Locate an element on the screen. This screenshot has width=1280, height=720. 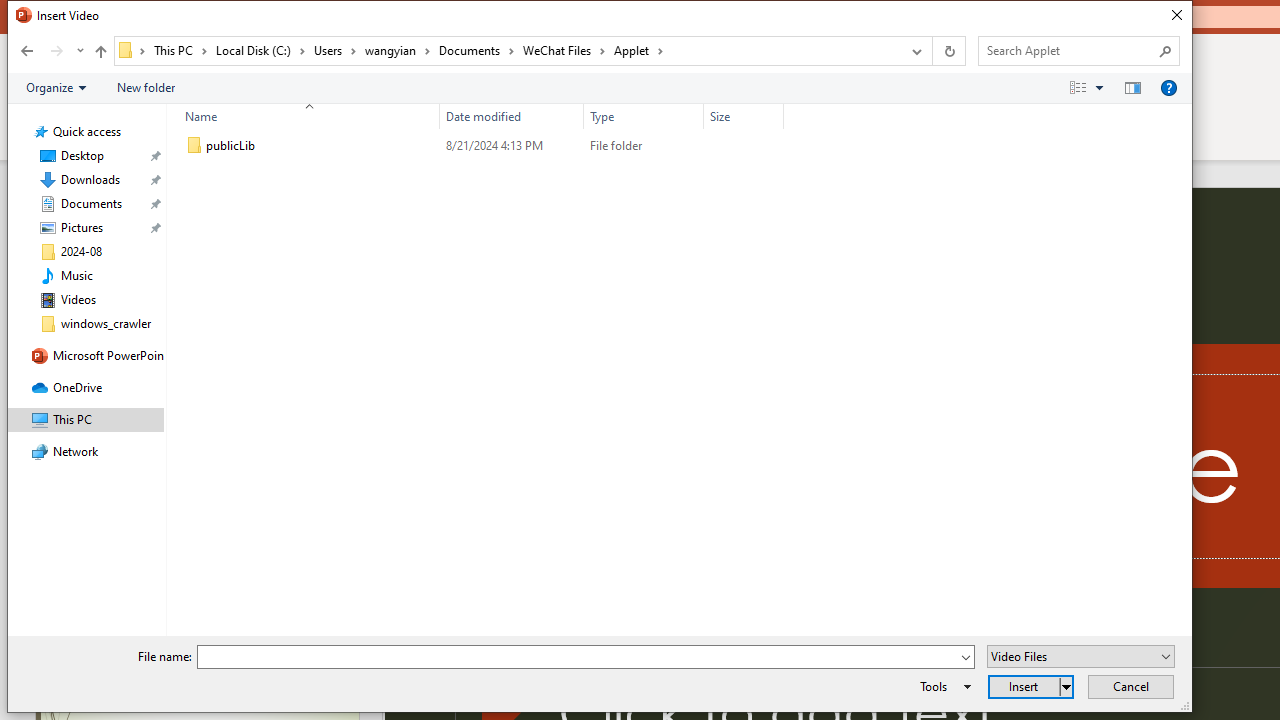
'View Slider' is located at coordinates (1098, 86).